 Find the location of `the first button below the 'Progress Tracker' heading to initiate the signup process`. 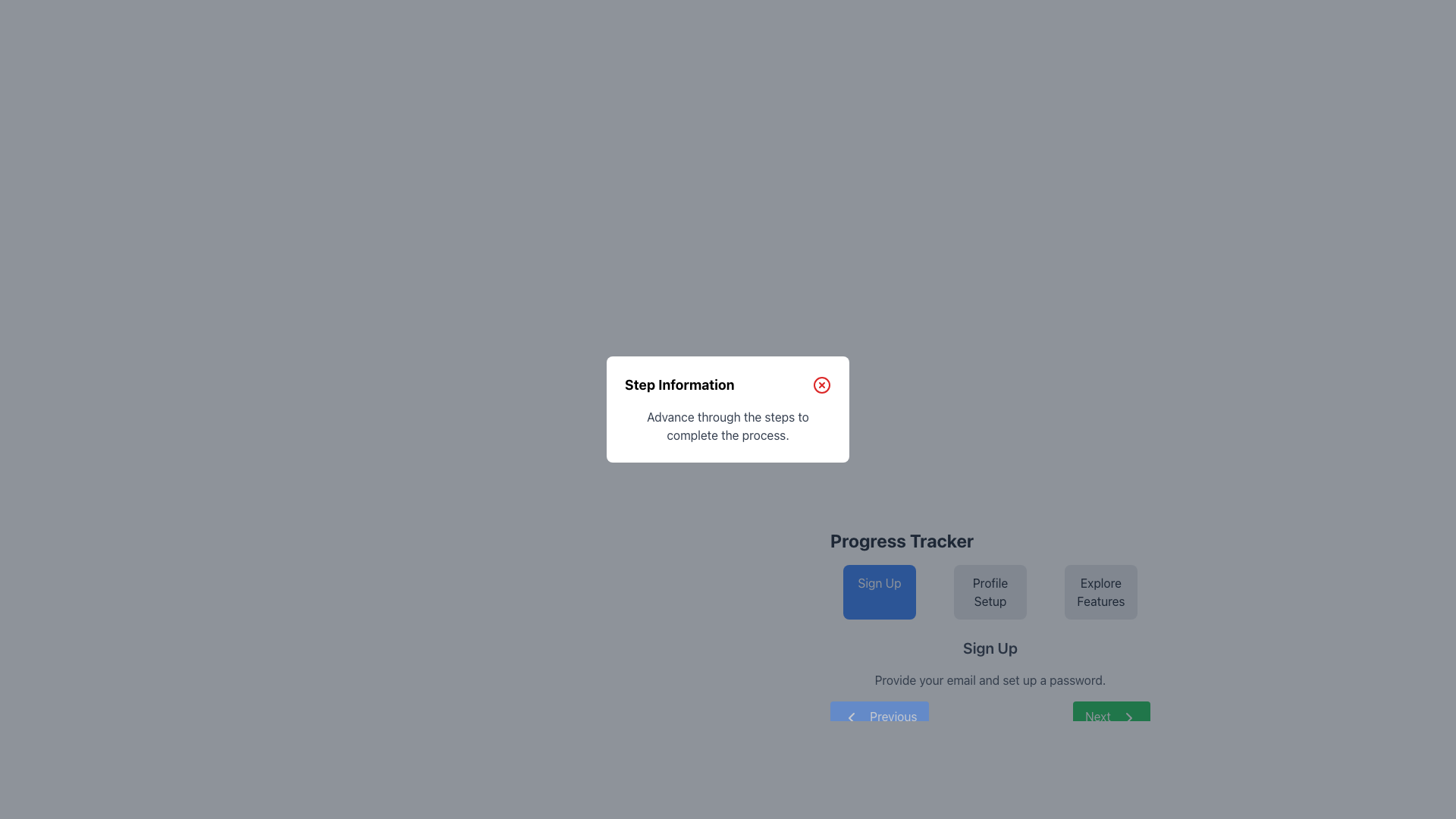

the first button below the 'Progress Tracker' heading to initiate the signup process is located at coordinates (880, 591).